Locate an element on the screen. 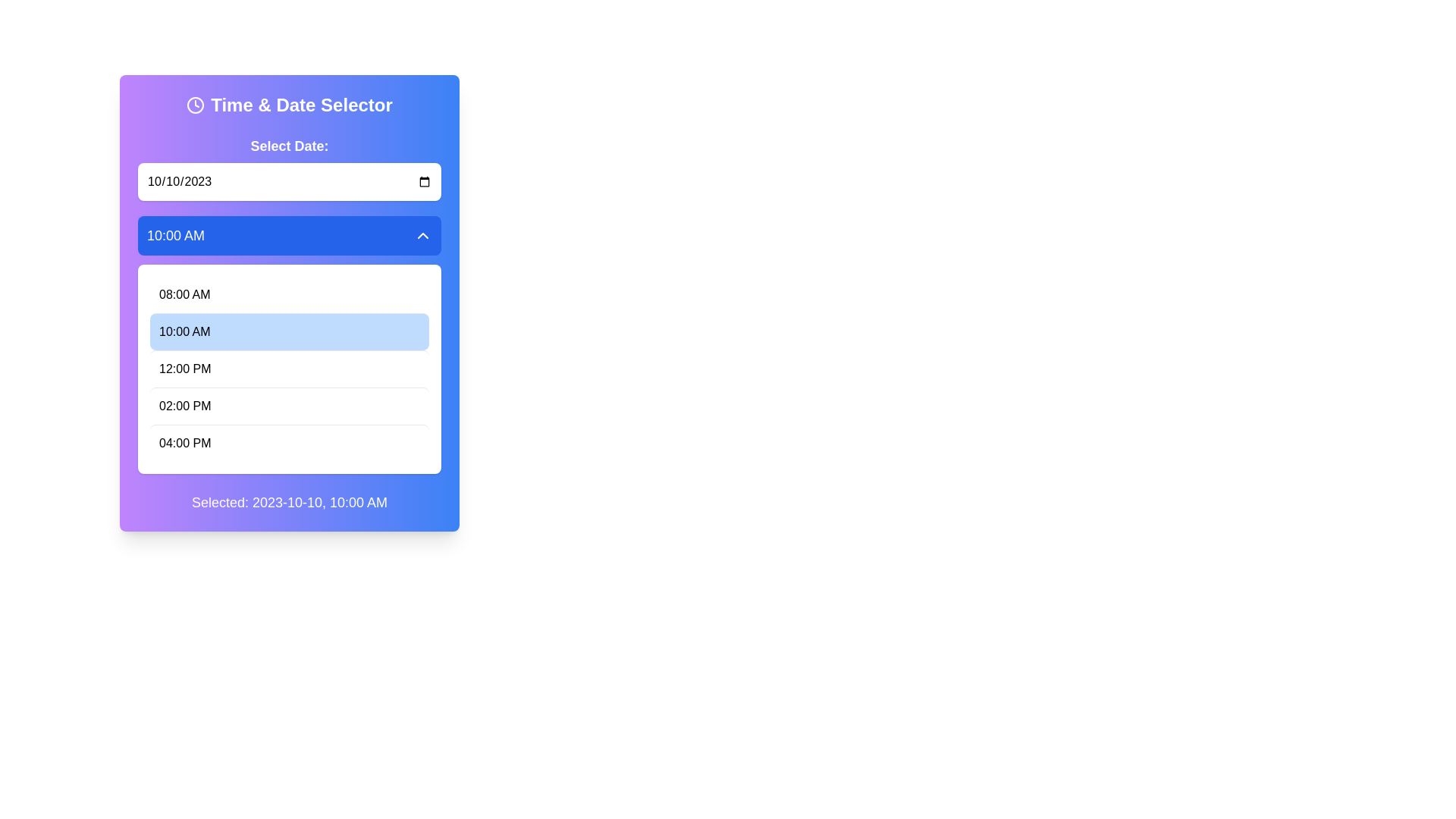 Image resolution: width=1456 pixels, height=819 pixels. the last selectable list item in the dropdown menu is located at coordinates (290, 443).